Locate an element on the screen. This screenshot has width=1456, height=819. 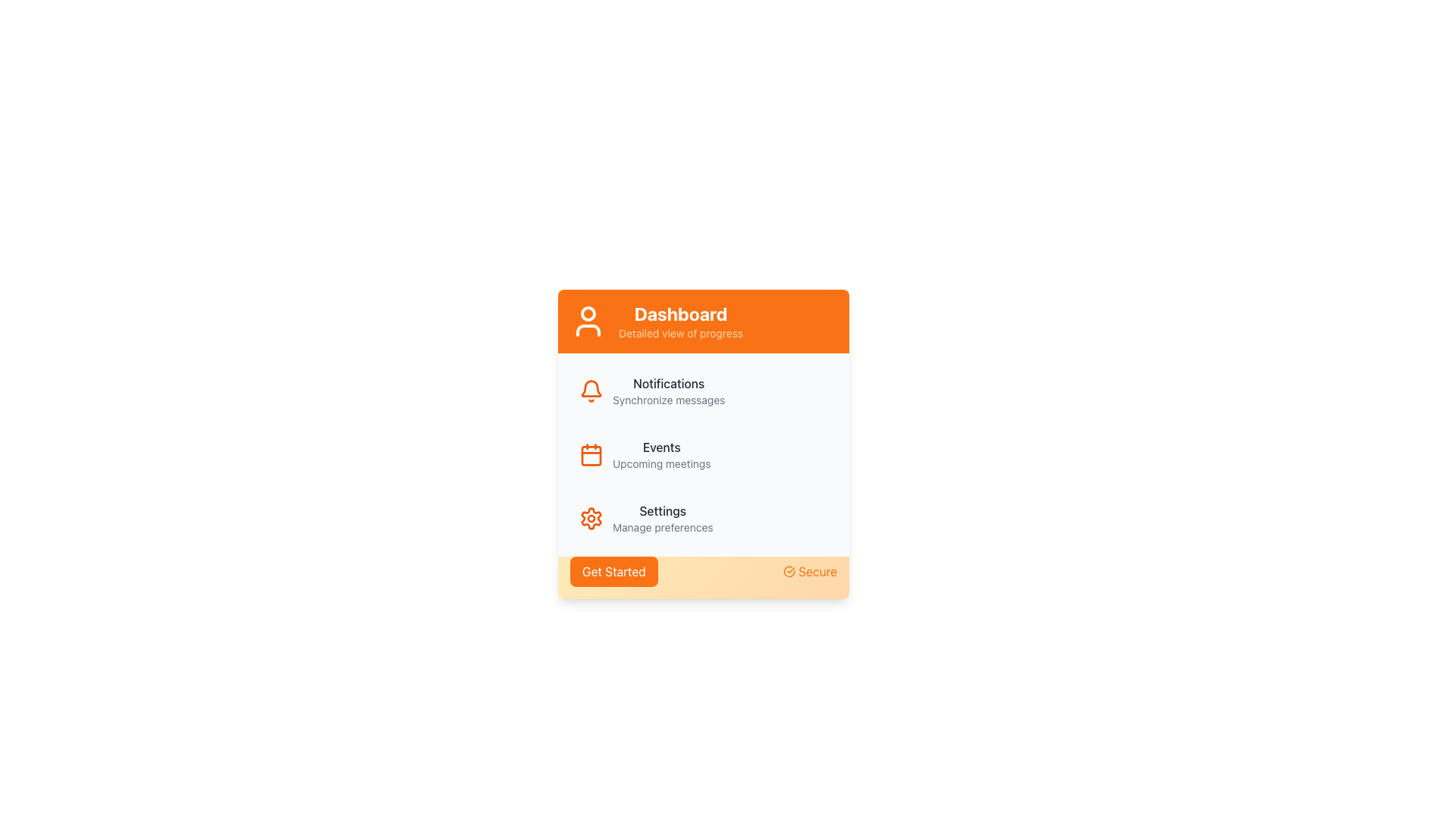
the user icon styled in white on an orange background, located at the top-left corner of the 'Dashboard' card component is located at coordinates (588, 321).